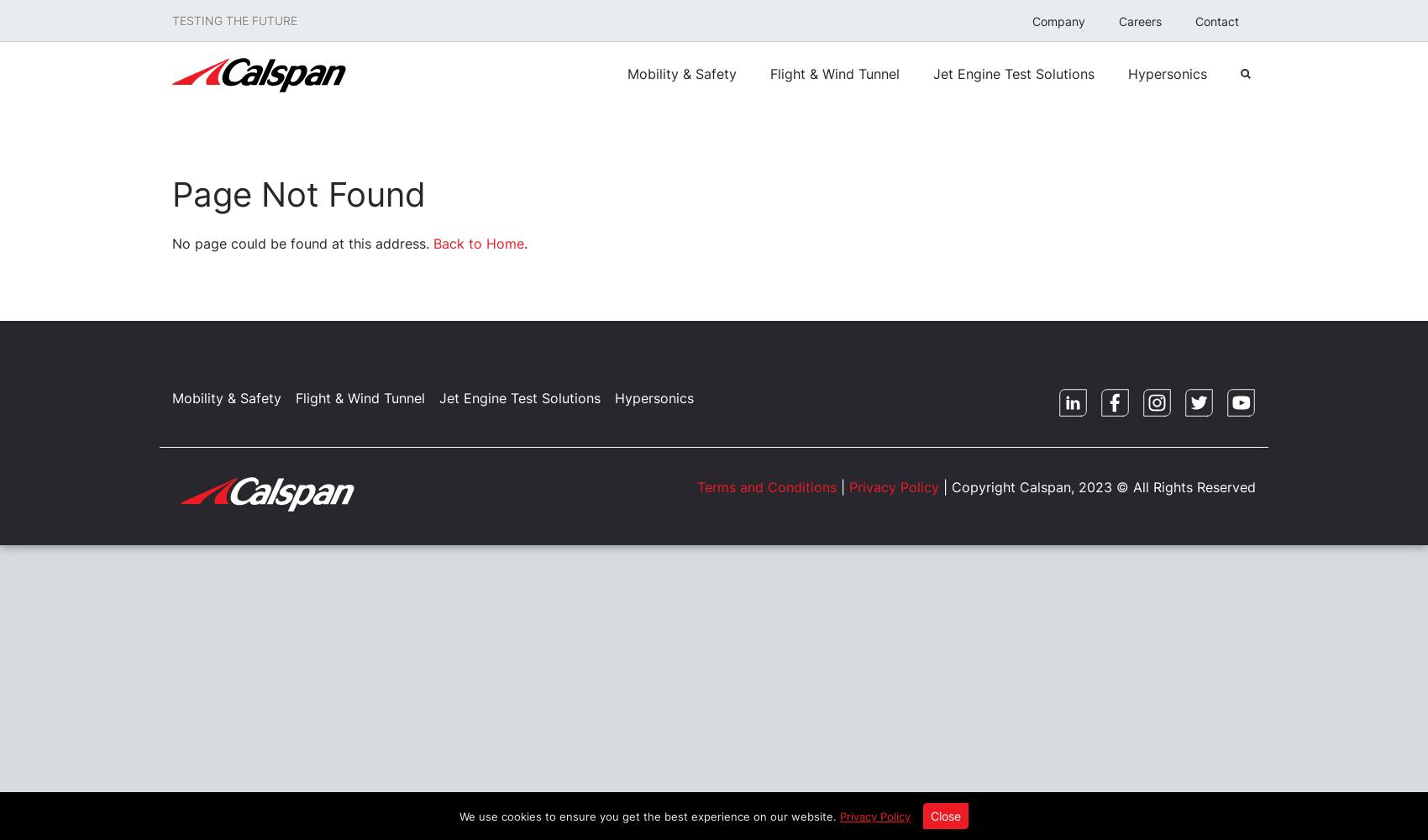 This screenshot has height=840, width=1428. I want to click on 'We use cookies to ensure you get the best experience on our website.', so click(459, 816).